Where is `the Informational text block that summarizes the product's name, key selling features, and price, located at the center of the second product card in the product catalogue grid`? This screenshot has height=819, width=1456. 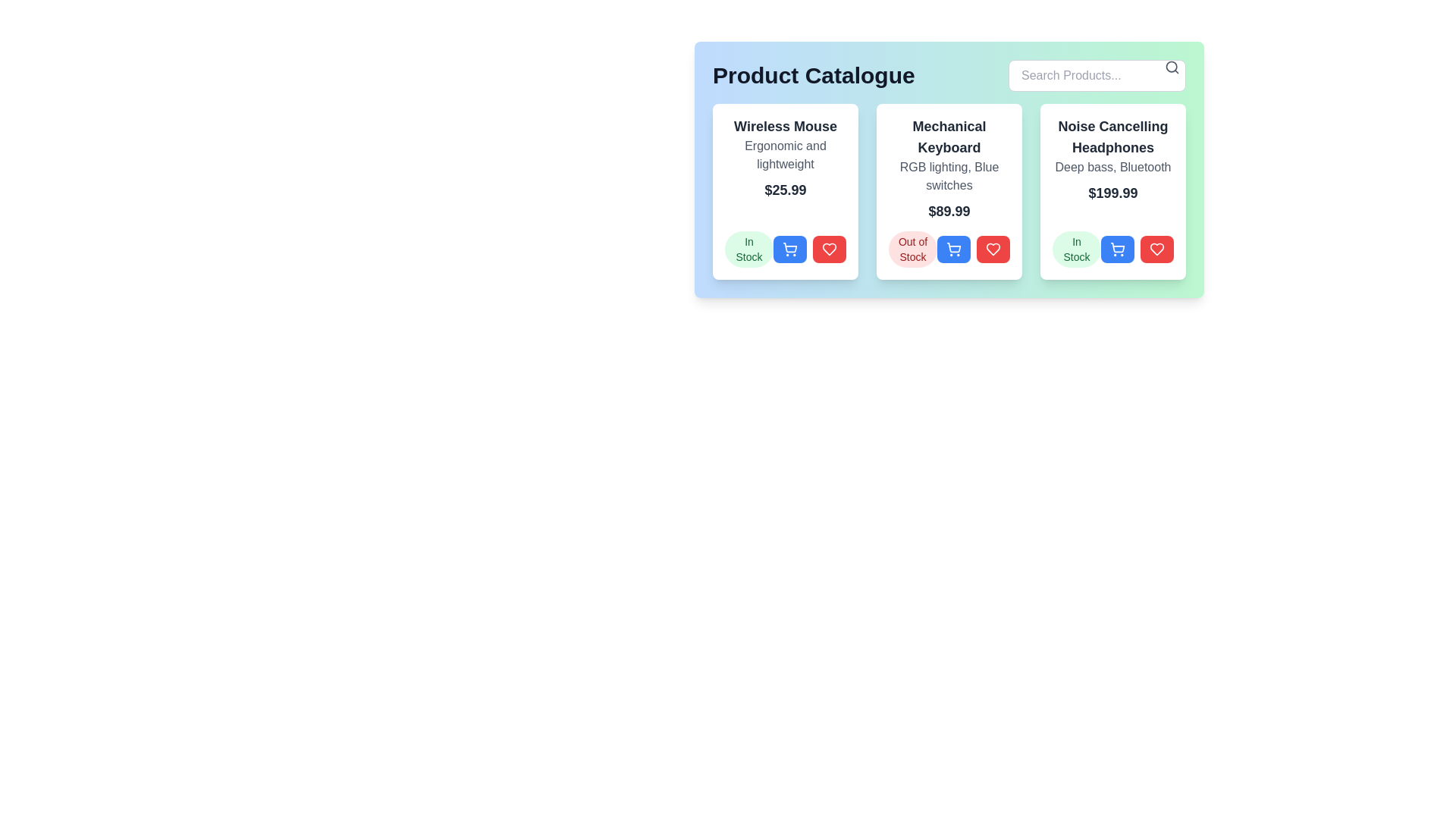 the Informational text block that summarizes the product's name, key selling features, and price, located at the center of the second product card in the product catalogue grid is located at coordinates (949, 169).